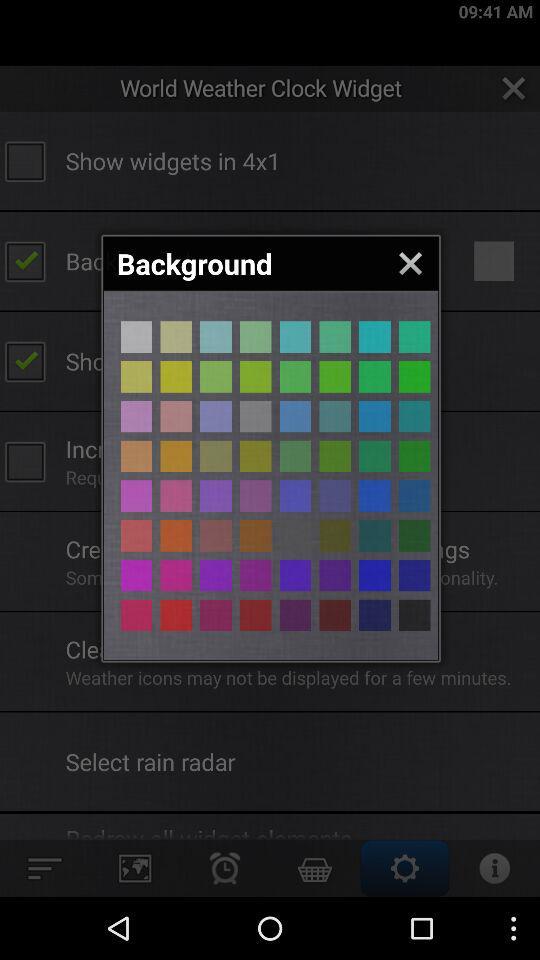 The image size is (540, 960). What do you see at coordinates (413, 456) in the screenshot?
I see `change background color` at bounding box center [413, 456].